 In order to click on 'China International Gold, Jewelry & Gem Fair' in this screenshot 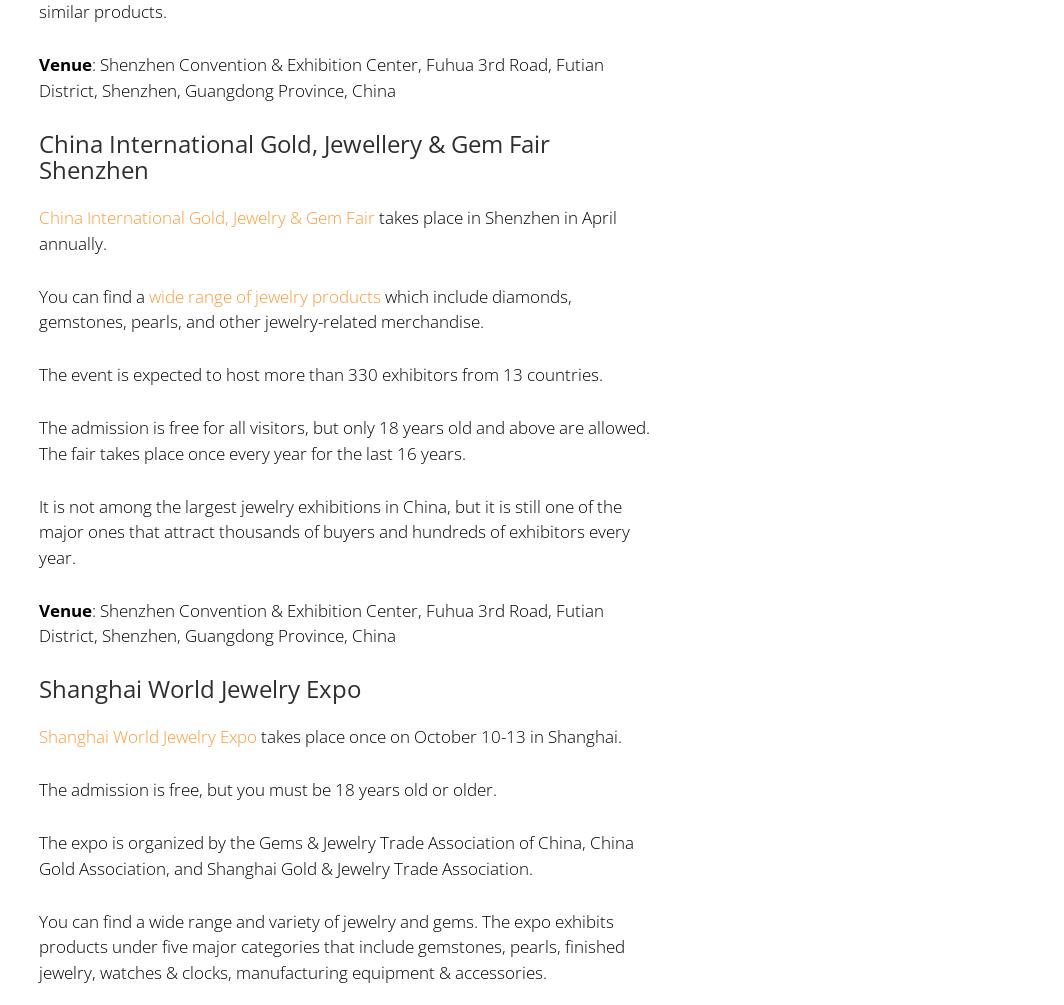, I will do `click(37, 216)`.